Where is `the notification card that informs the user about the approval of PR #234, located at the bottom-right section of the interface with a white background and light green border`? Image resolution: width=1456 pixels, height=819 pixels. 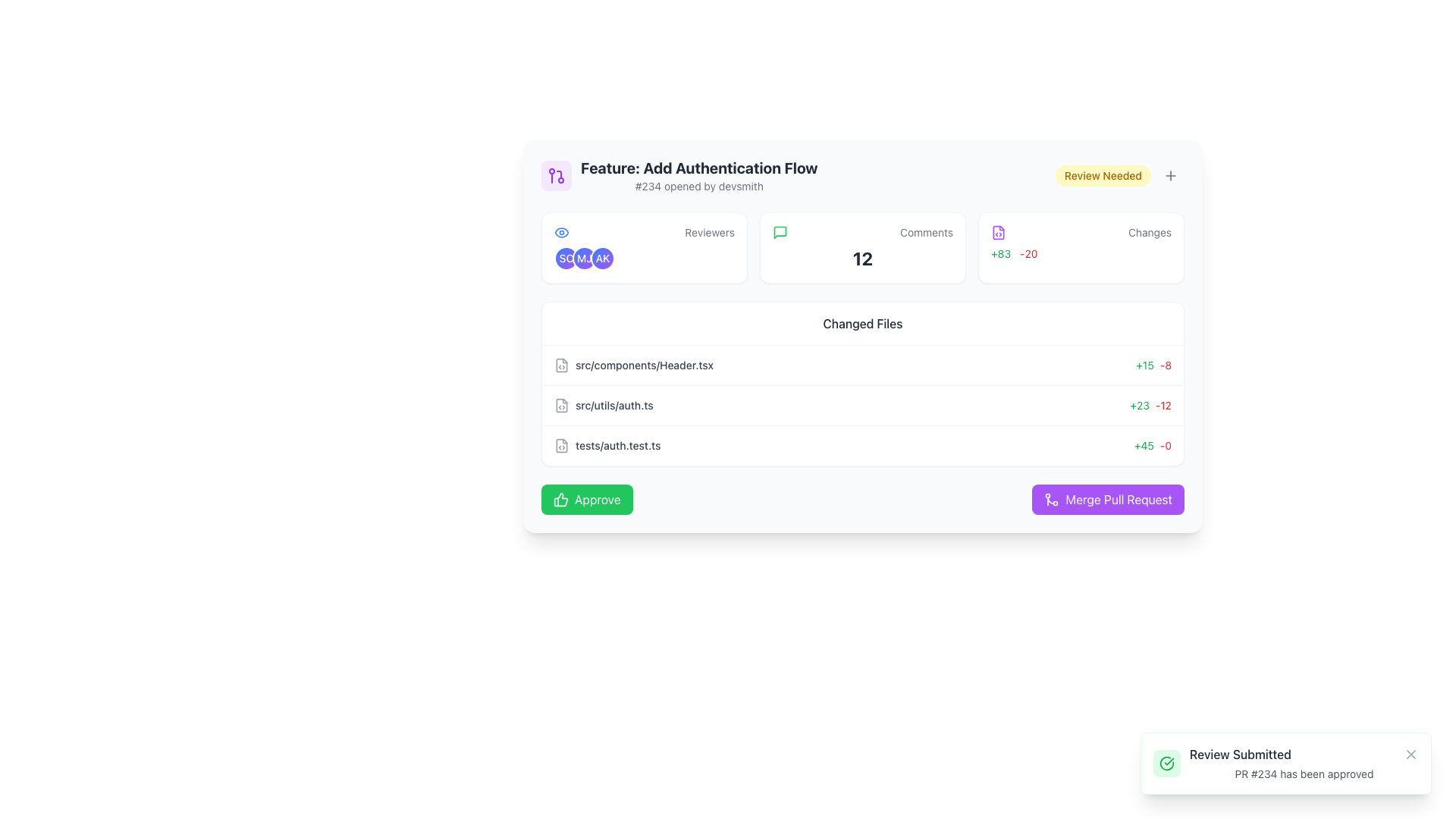 the notification card that informs the user about the approval of PR #234, located at the bottom-right section of the interface with a white background and light green border is located at coordinates (1285, 763).